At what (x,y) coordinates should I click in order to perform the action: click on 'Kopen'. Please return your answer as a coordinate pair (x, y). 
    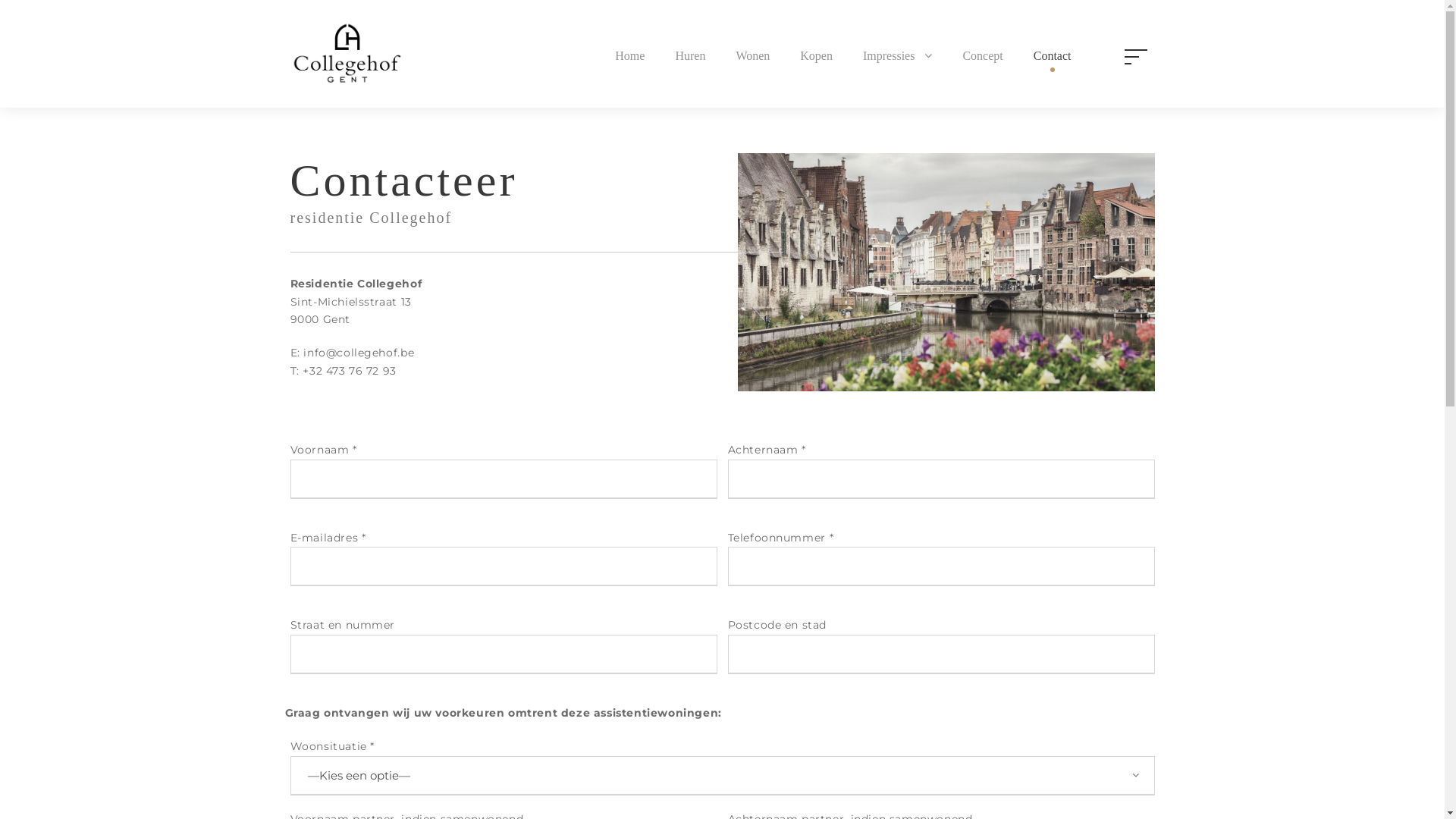
    Looking at the image, I should click on (815, 58).